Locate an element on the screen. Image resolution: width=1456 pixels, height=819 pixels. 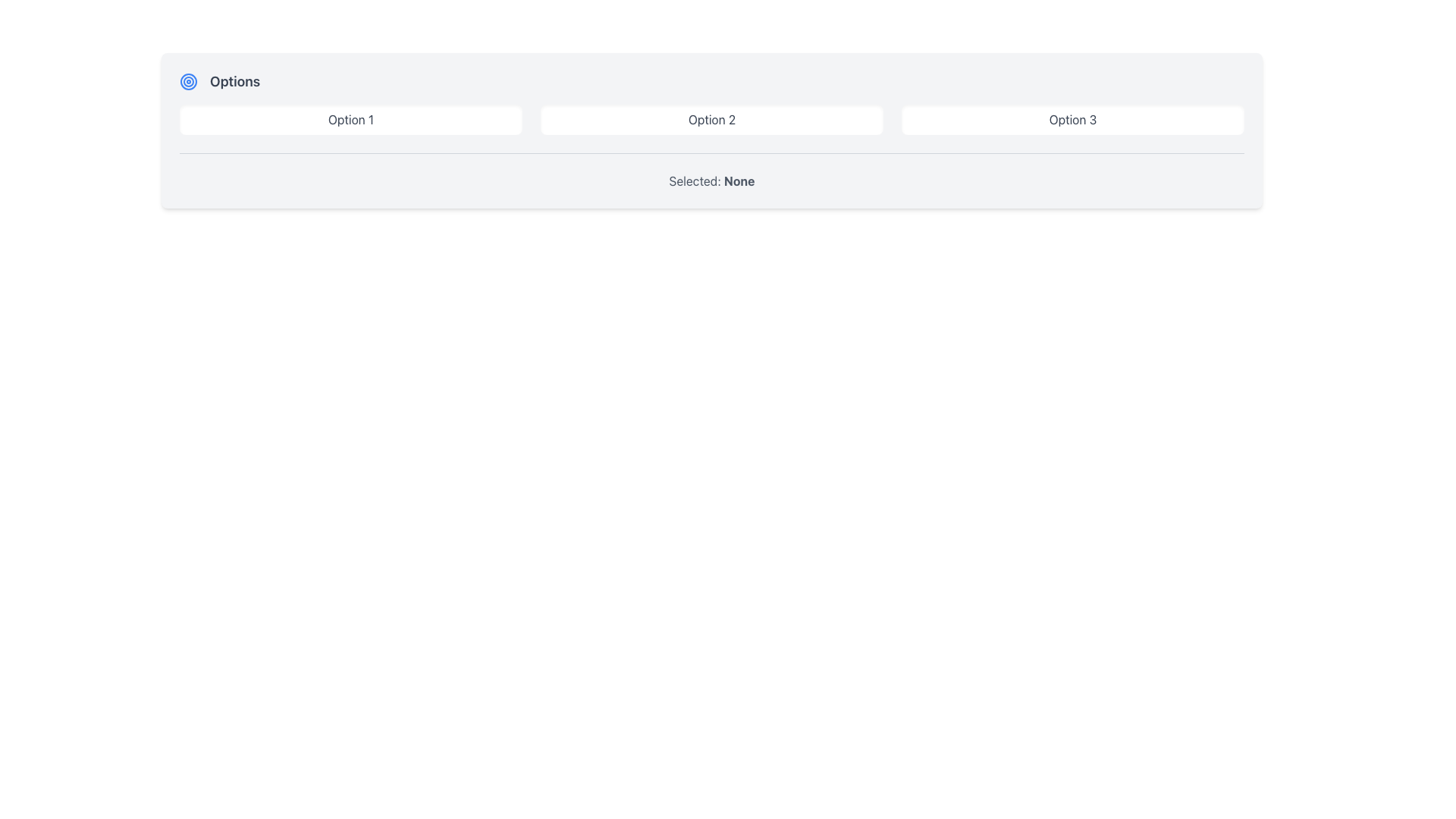
the first button-like option selector labeled 'Option 1' in the row of selectable options is located at coordinates (350, 119).